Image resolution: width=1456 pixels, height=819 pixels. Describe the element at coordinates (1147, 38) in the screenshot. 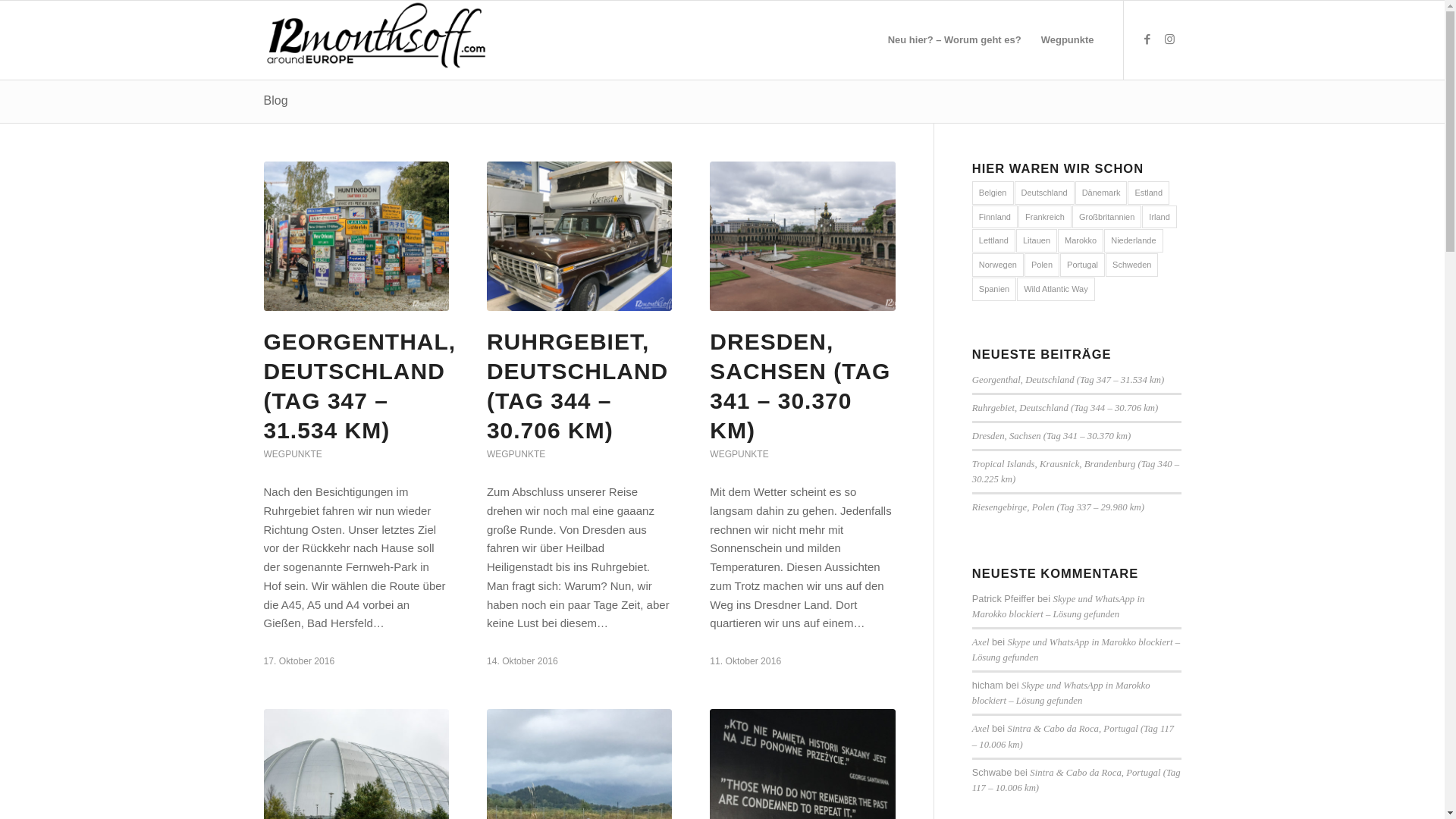

I see `'Facebook'` at that location.